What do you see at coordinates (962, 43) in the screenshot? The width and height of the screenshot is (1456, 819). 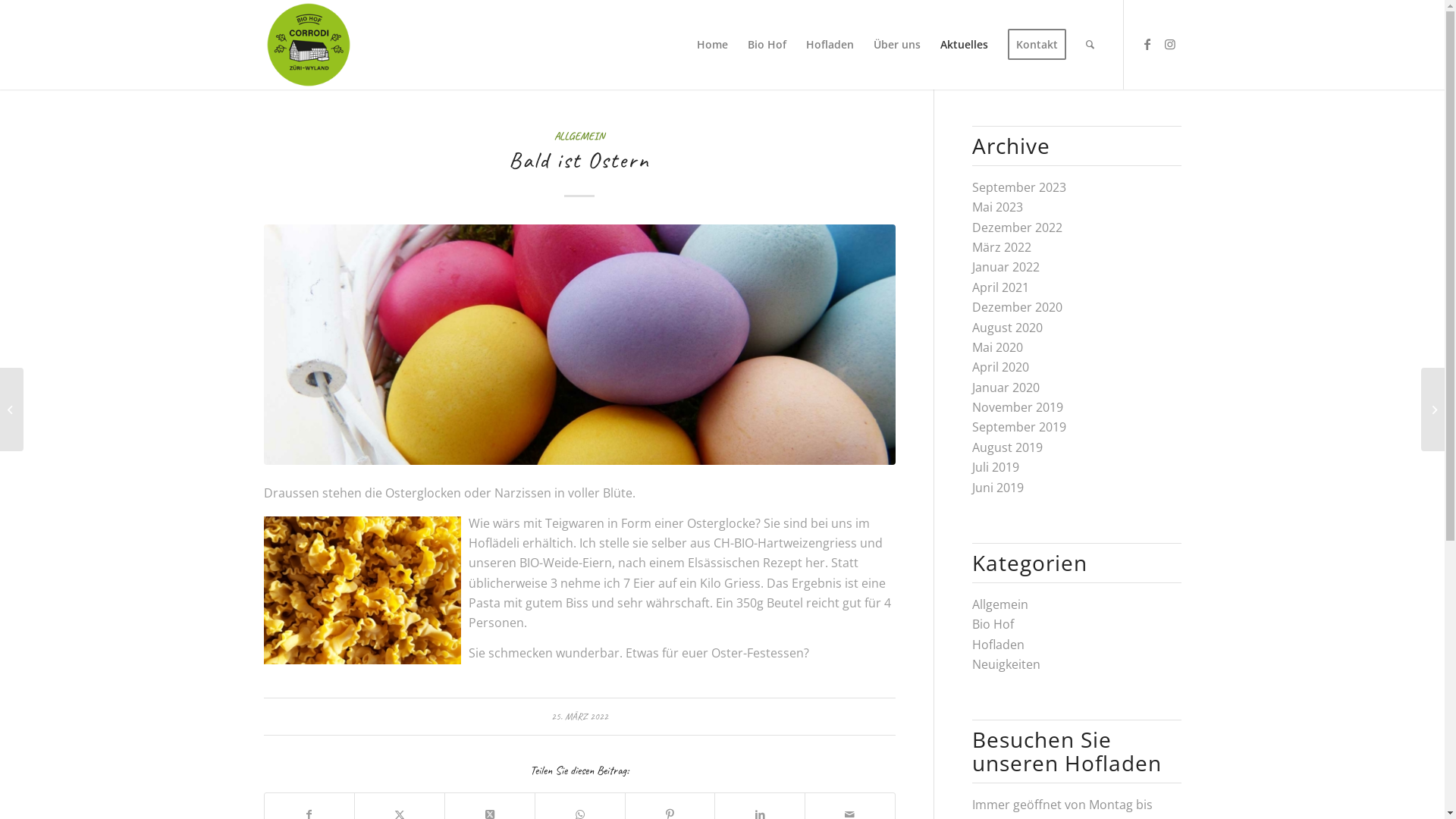 I see `'Aktuelles'` at bounding box center [962, 43].